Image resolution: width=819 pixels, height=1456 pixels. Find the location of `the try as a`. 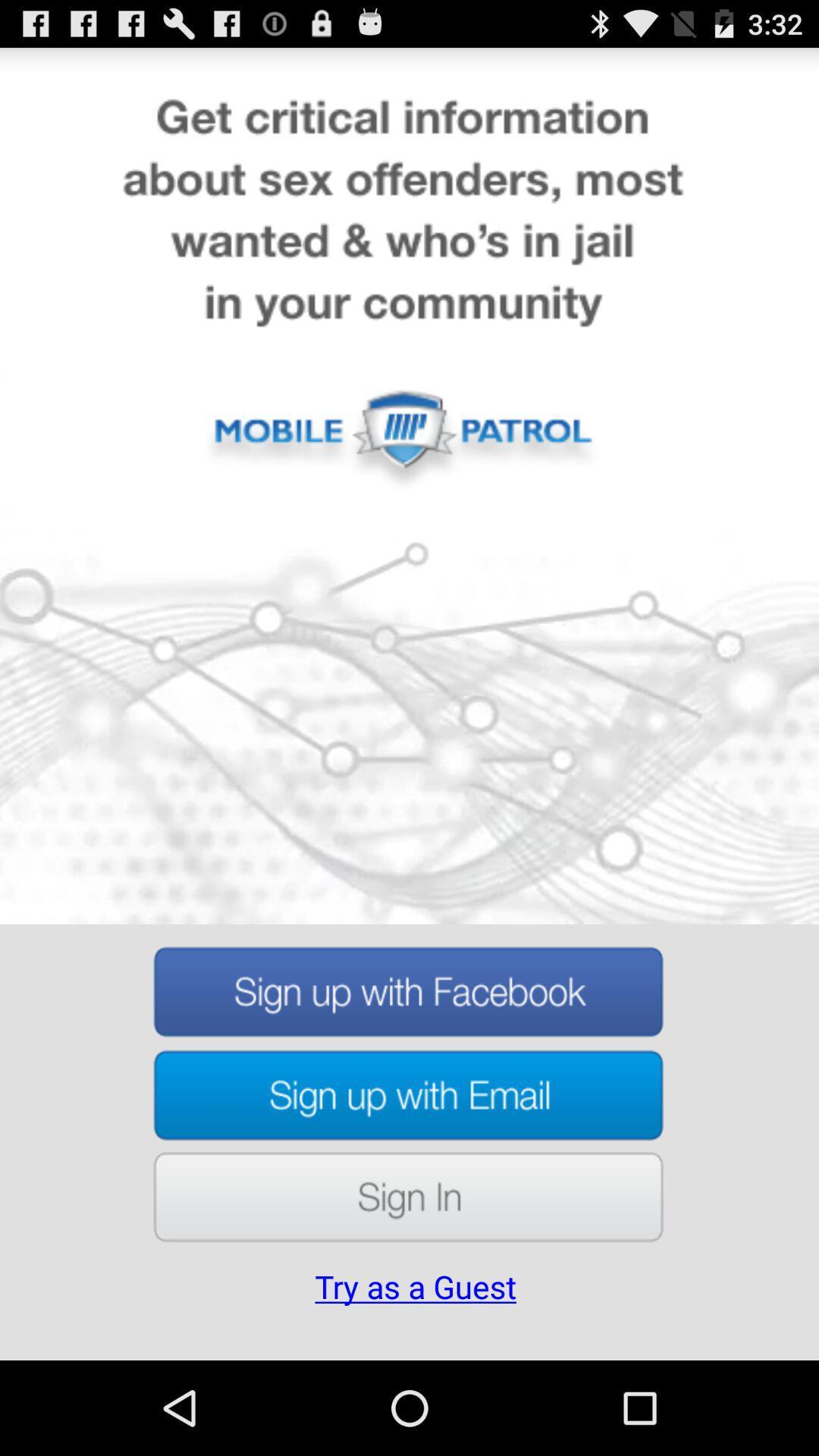

the try as a is located at coordinates (416, 1307).